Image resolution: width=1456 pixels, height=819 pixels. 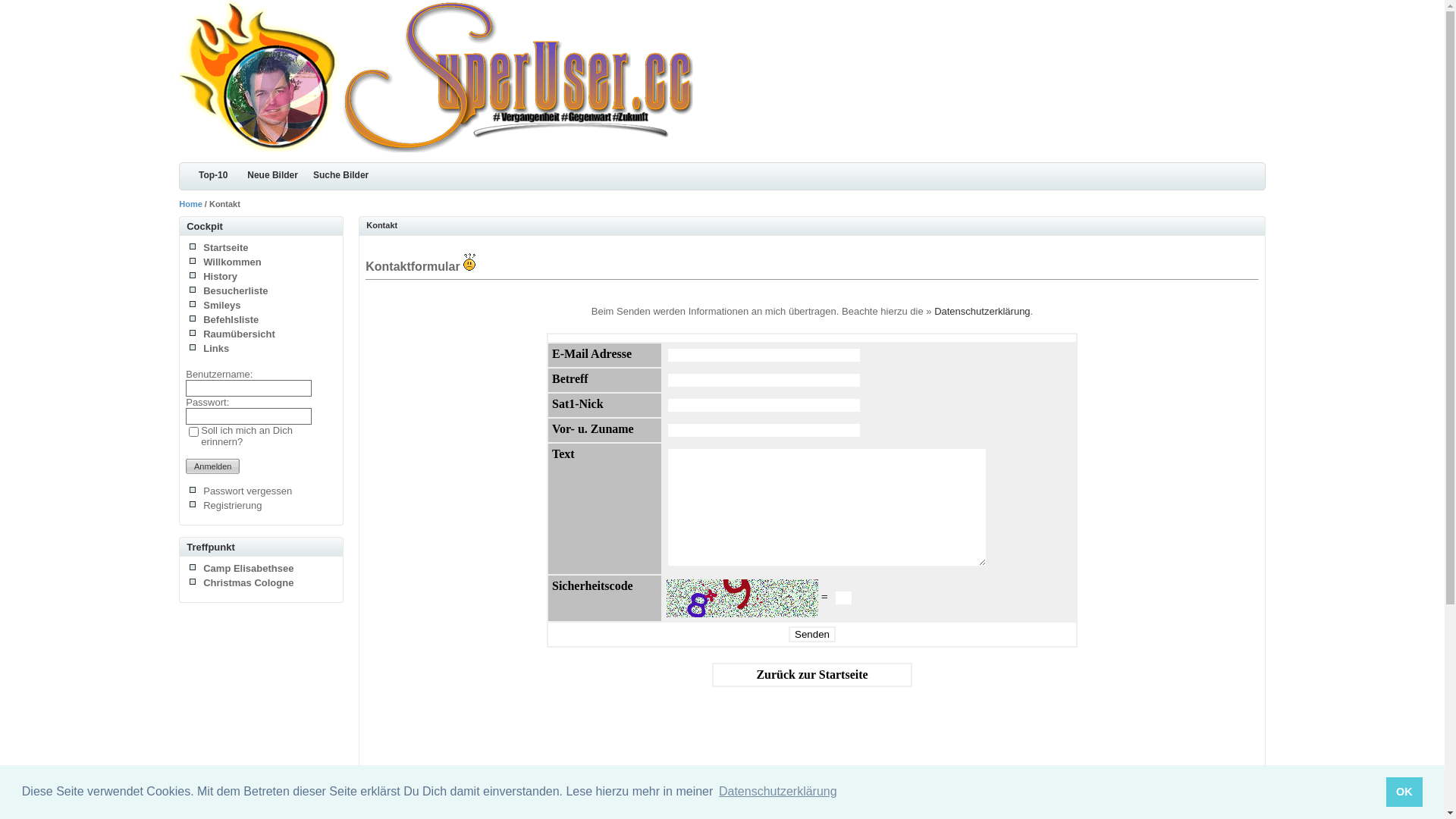 I want to click on 'Anmelden', so click(x=212, y=465).